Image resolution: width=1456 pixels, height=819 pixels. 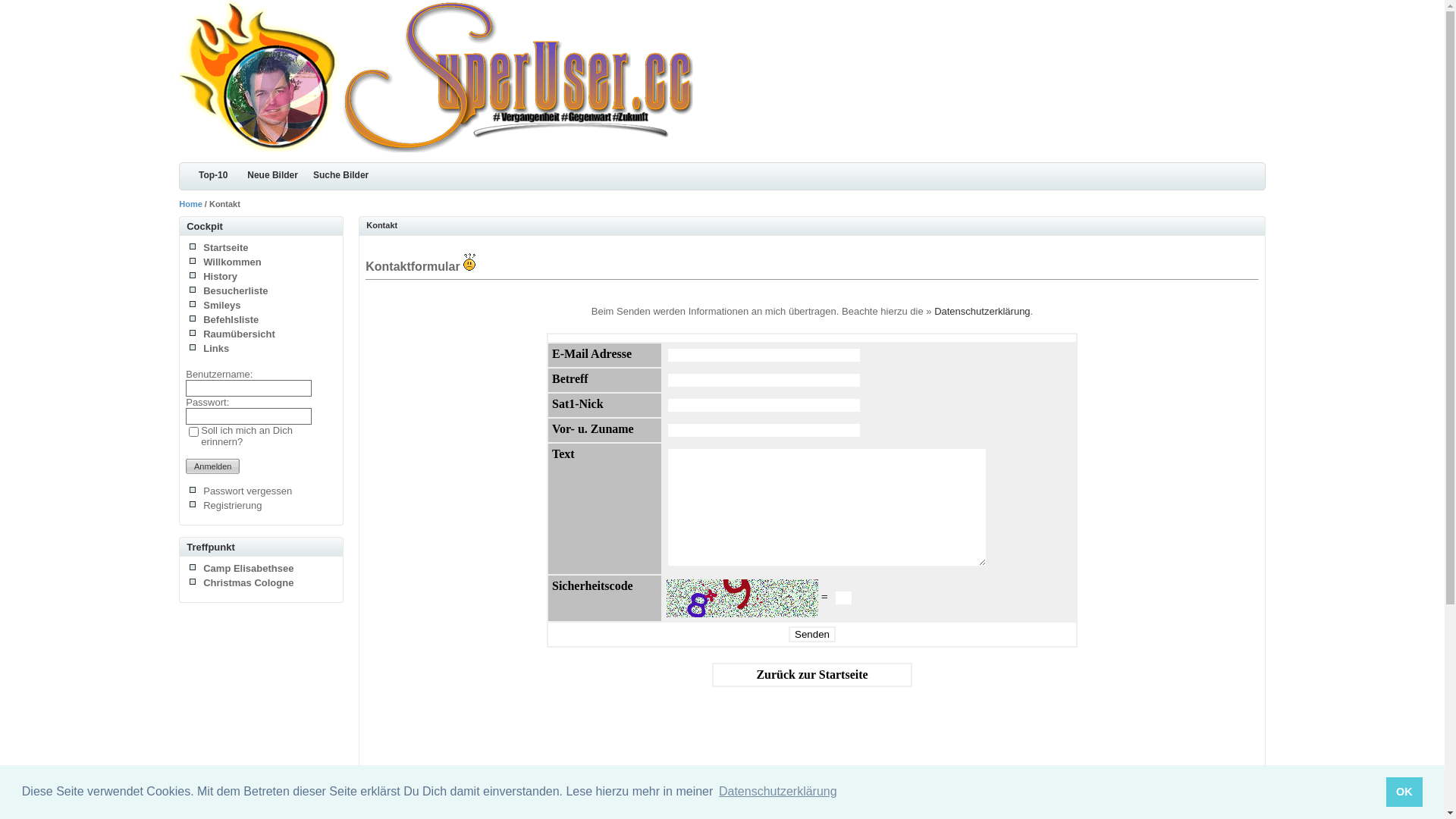 I want to click on 'Anmelden', so click(x=212, y=465).